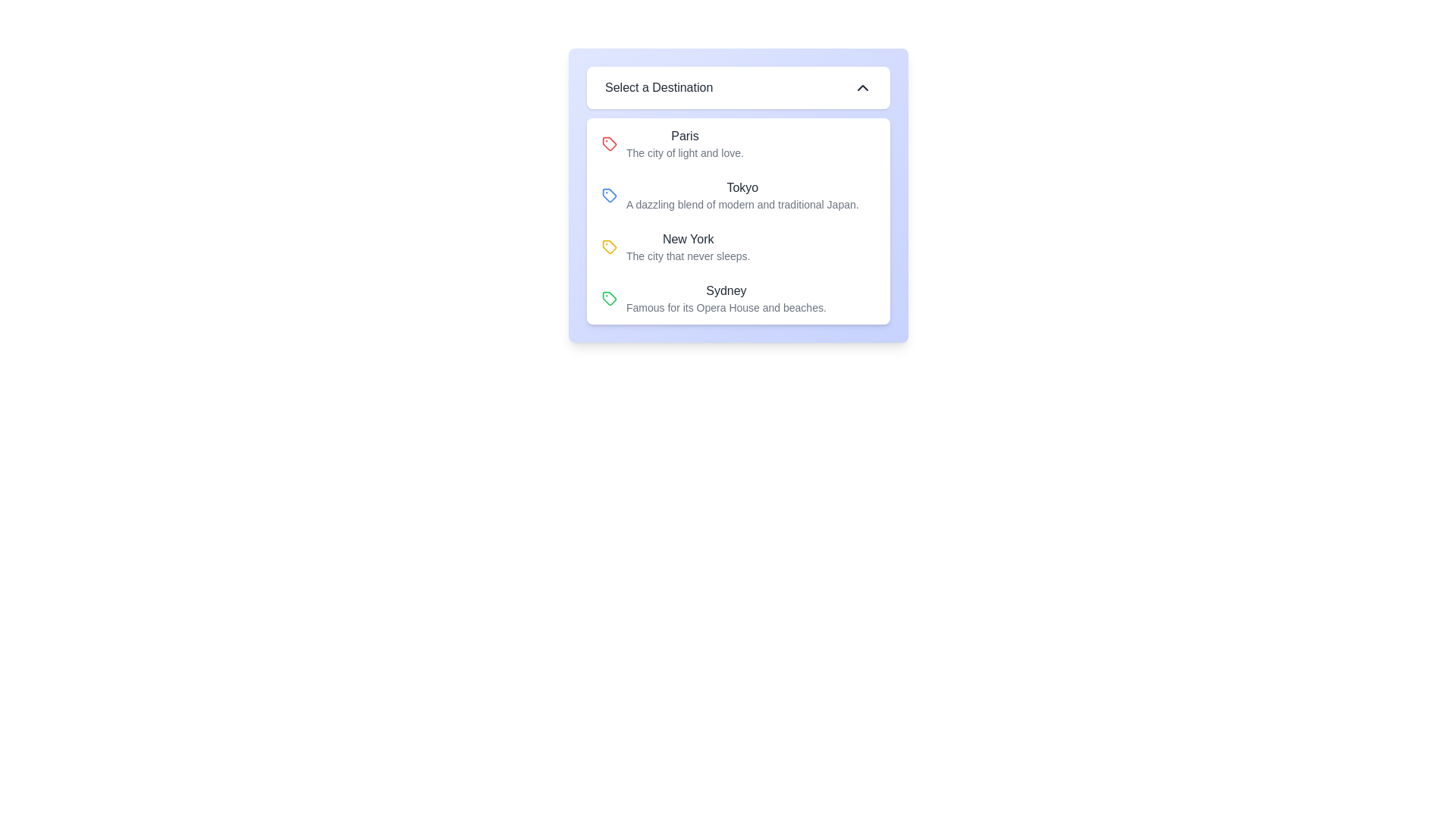  I want to click on the text label that reads 'Paris' in a bold, dark gray font, located within the dropdown list under 'Select a Destination', which is the first item in the list, so click(684, 143).